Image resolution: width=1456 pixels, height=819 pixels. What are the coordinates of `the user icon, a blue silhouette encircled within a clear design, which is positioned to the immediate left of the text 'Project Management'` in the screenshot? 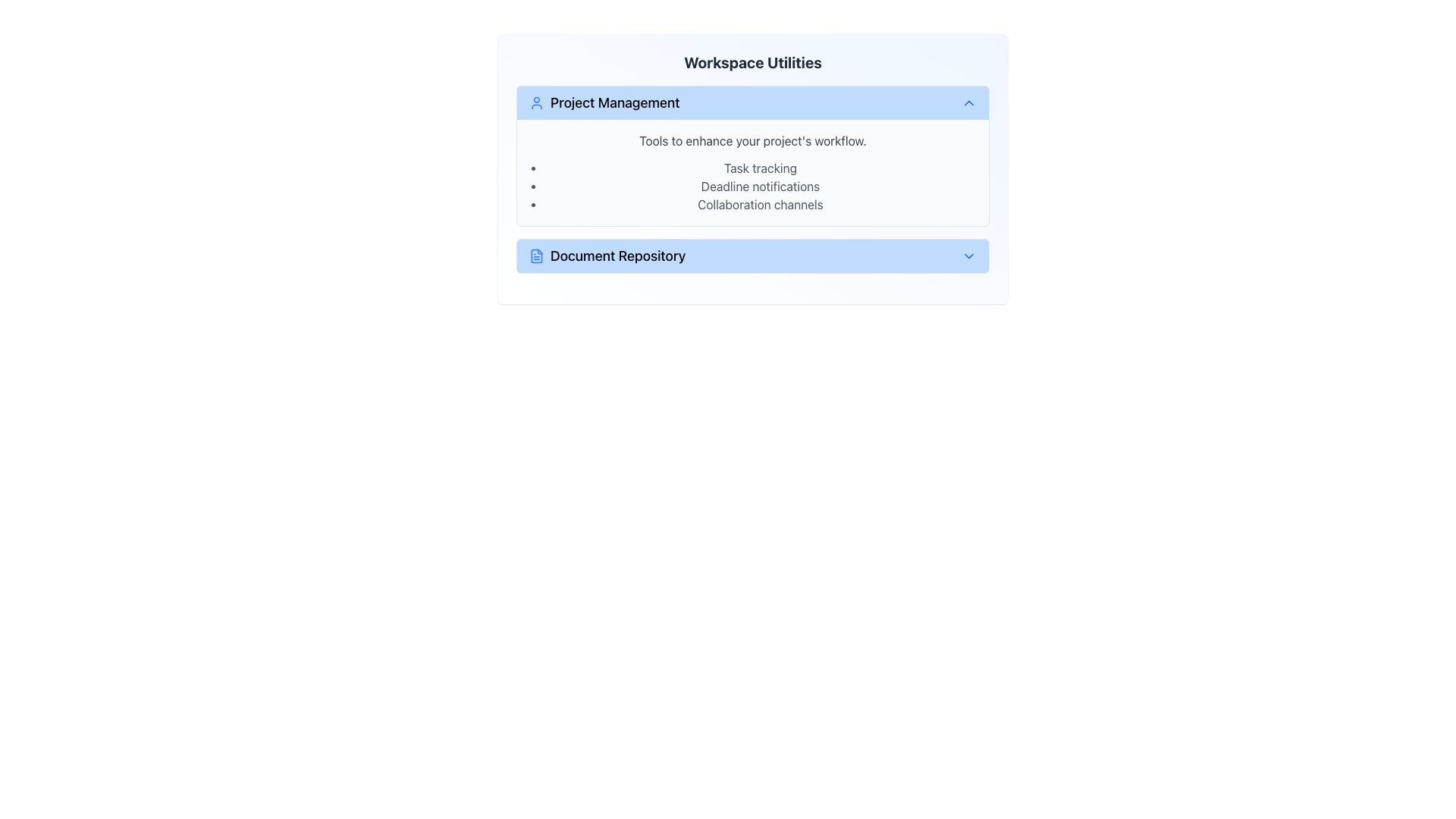 It's located at (537, 102).